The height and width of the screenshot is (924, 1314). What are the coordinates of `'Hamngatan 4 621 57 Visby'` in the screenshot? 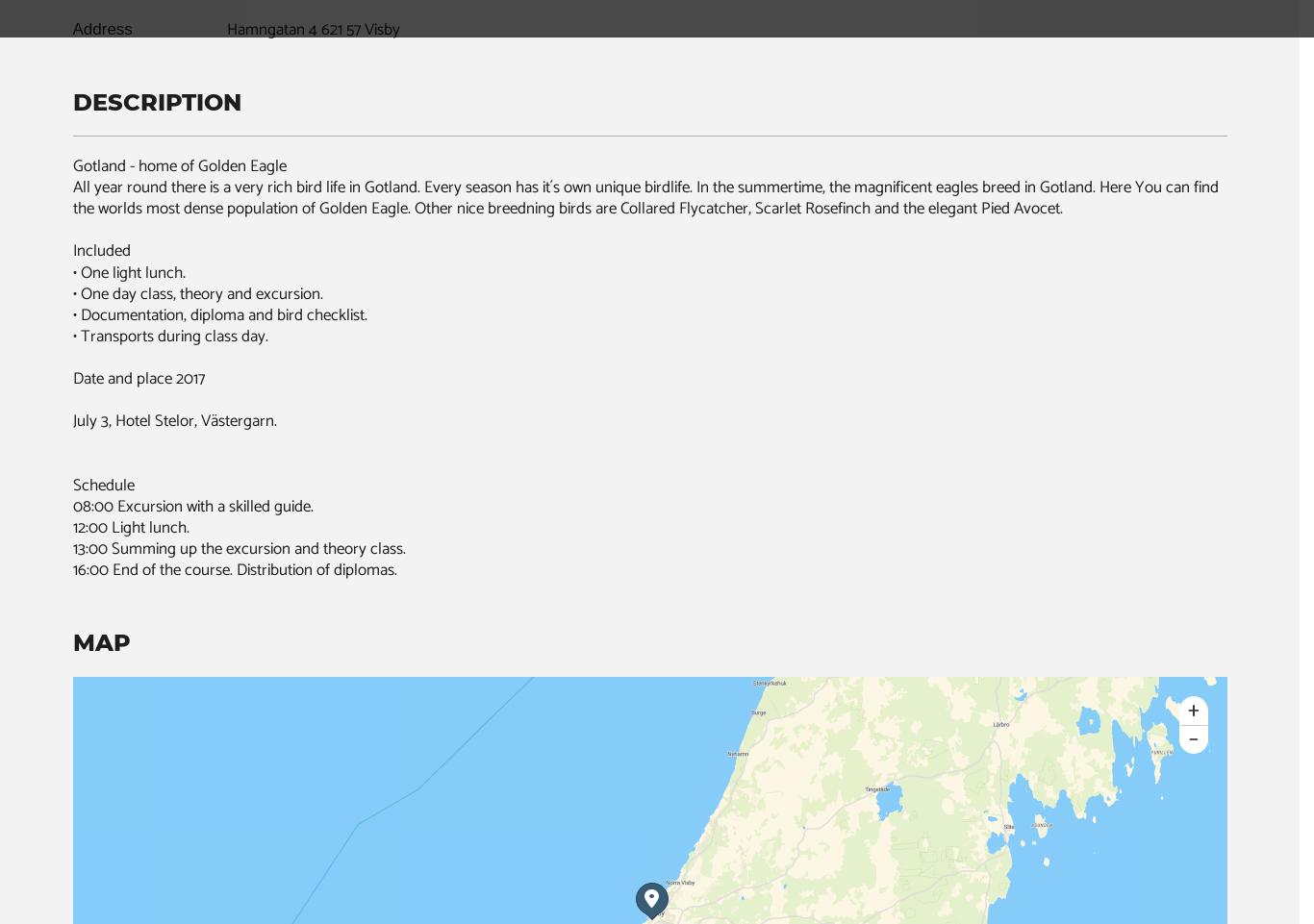 It's located at (312, 29).